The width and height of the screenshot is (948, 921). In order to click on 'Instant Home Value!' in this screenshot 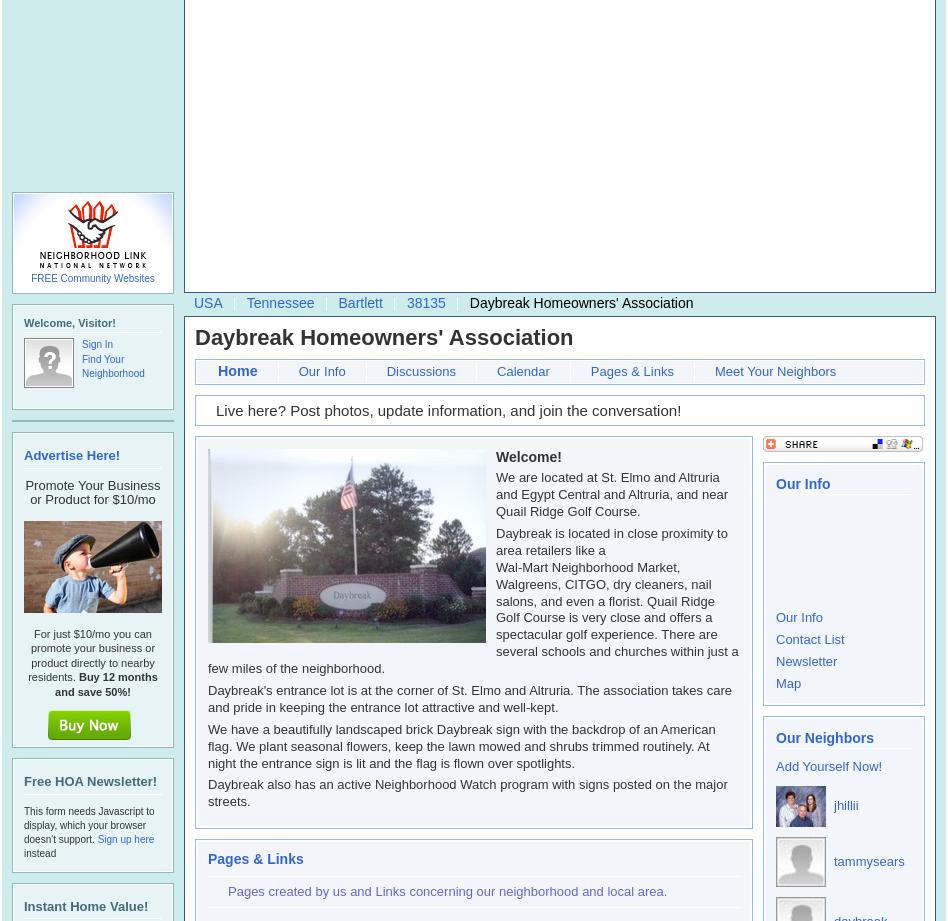, I will do `click(85, 904)`.